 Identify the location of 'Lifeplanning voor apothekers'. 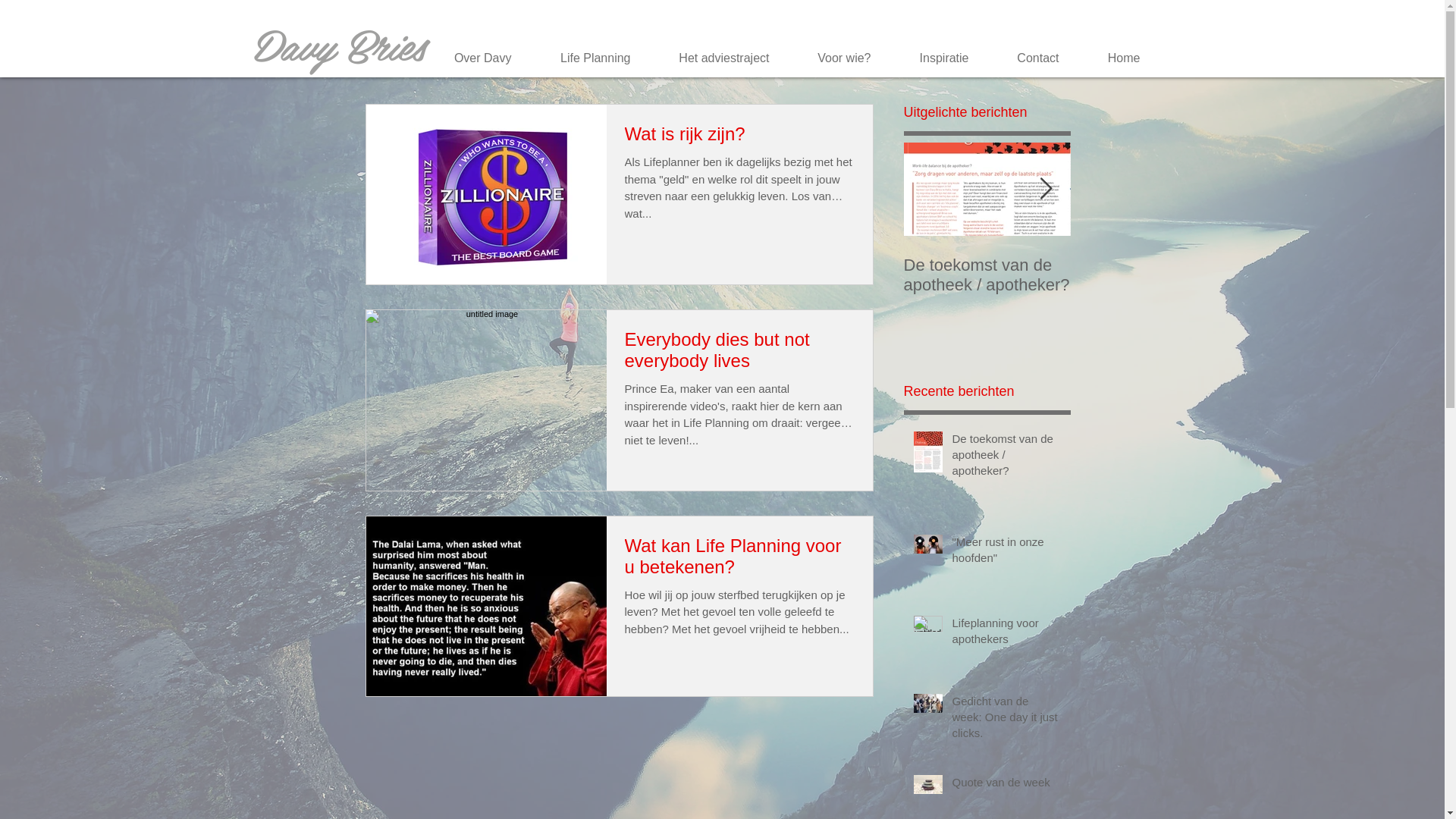
(1007, 634).